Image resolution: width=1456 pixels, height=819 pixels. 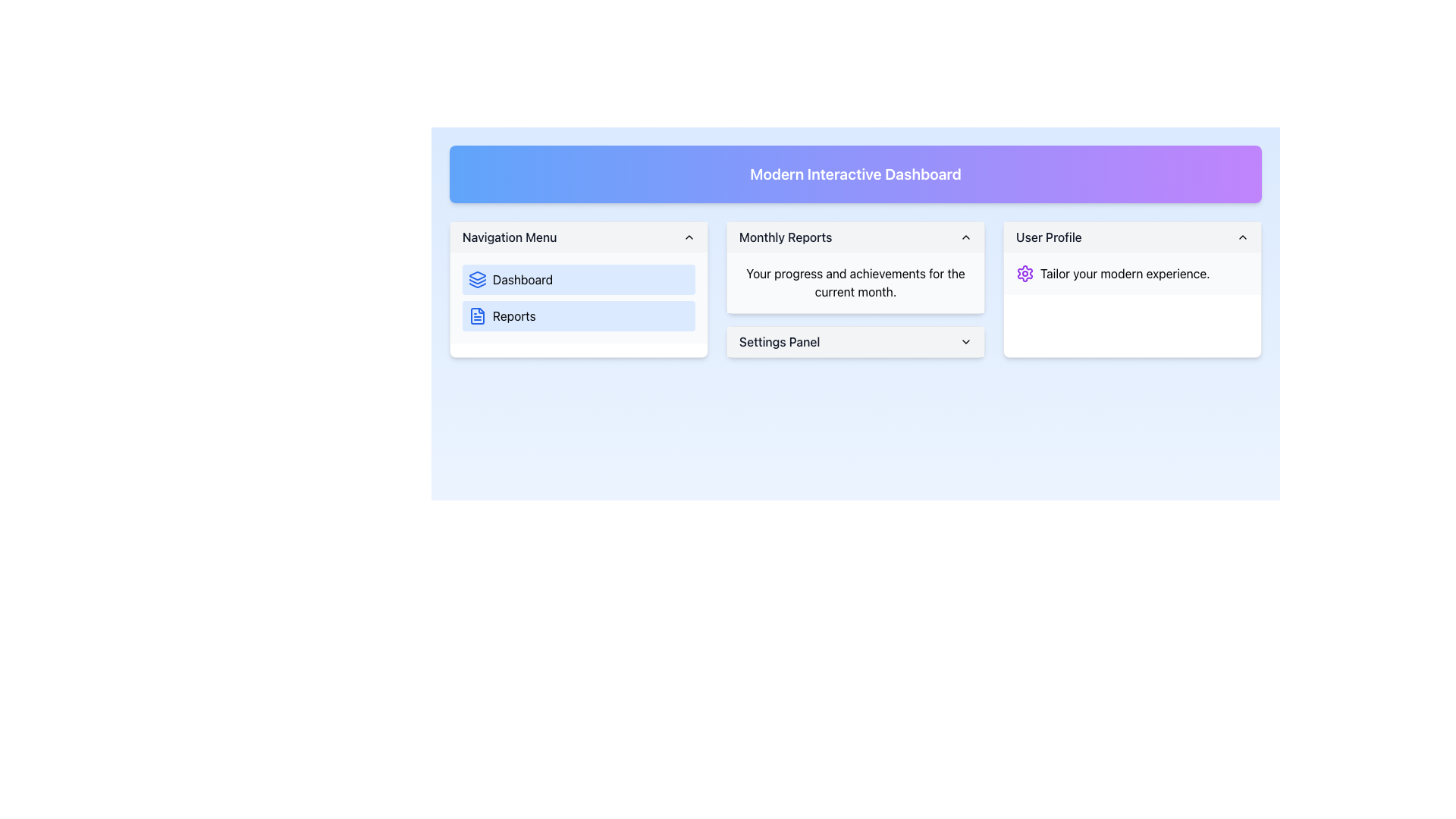 What do you see at coordinates (1132, 274) in the screenshot?
I see `the content area within the 'User Profile' card located in the top-right section of the interface, below the title 'User Profile'` at bounding box center [1132, 274].